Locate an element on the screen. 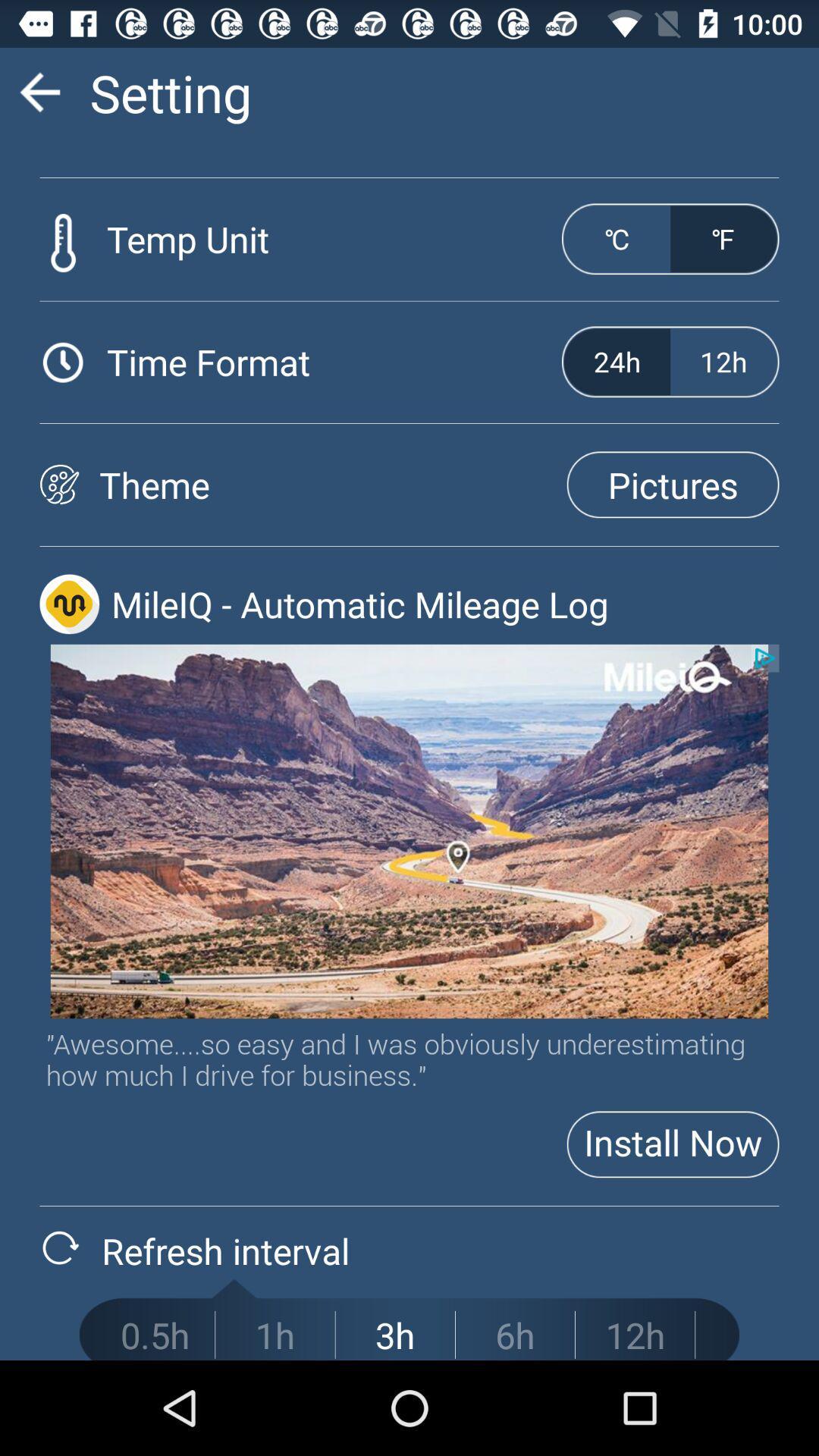 Image resolution: width=819 pixels, height=1456 pixels. the icon next to 0.5h app is located at coordinates (275, 1335).